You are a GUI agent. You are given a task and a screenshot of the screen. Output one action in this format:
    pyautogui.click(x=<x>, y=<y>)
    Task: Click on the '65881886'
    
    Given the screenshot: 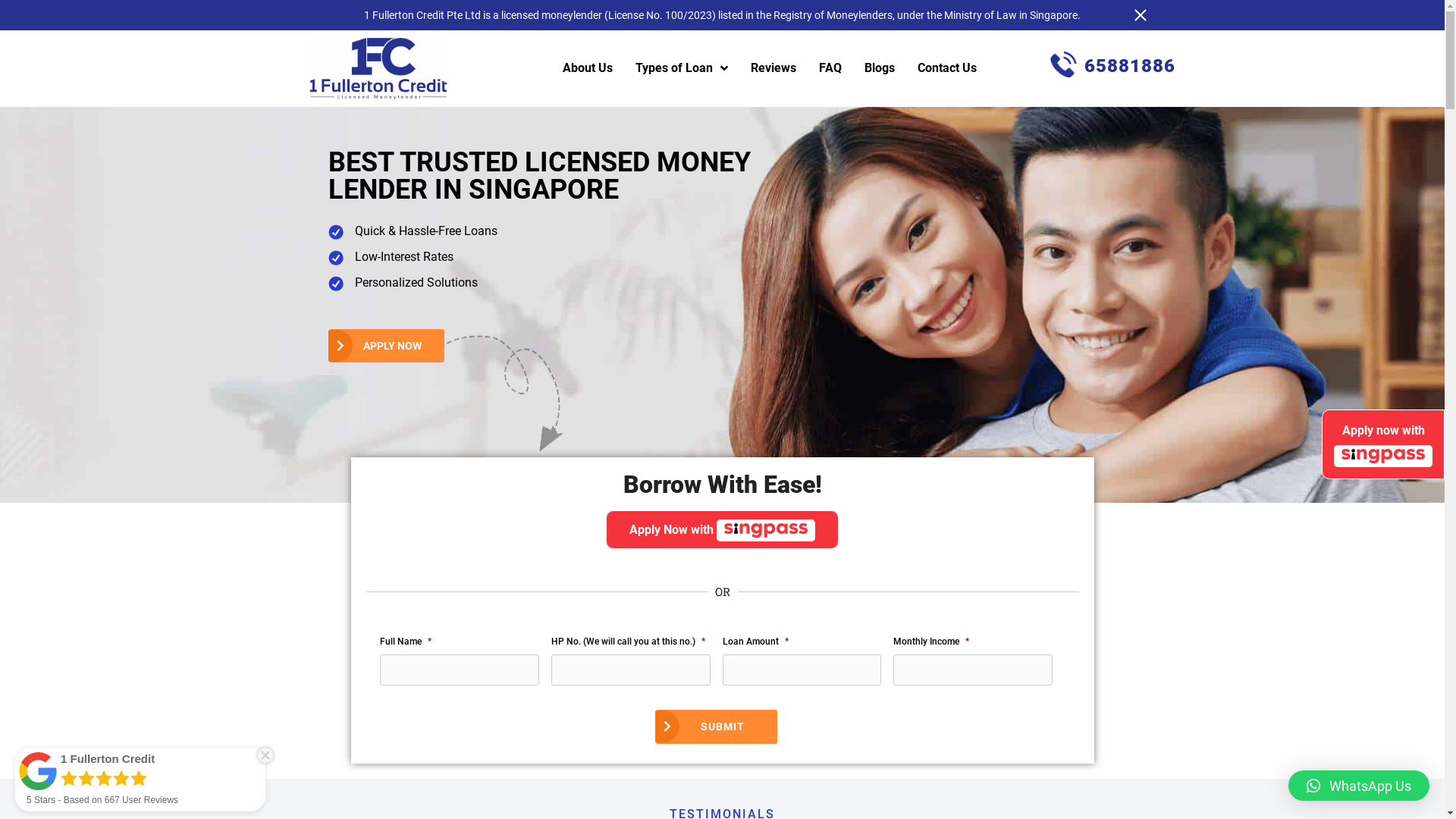 What is the action you would take?
    pyautogui.click(x=1112, y=64)
    